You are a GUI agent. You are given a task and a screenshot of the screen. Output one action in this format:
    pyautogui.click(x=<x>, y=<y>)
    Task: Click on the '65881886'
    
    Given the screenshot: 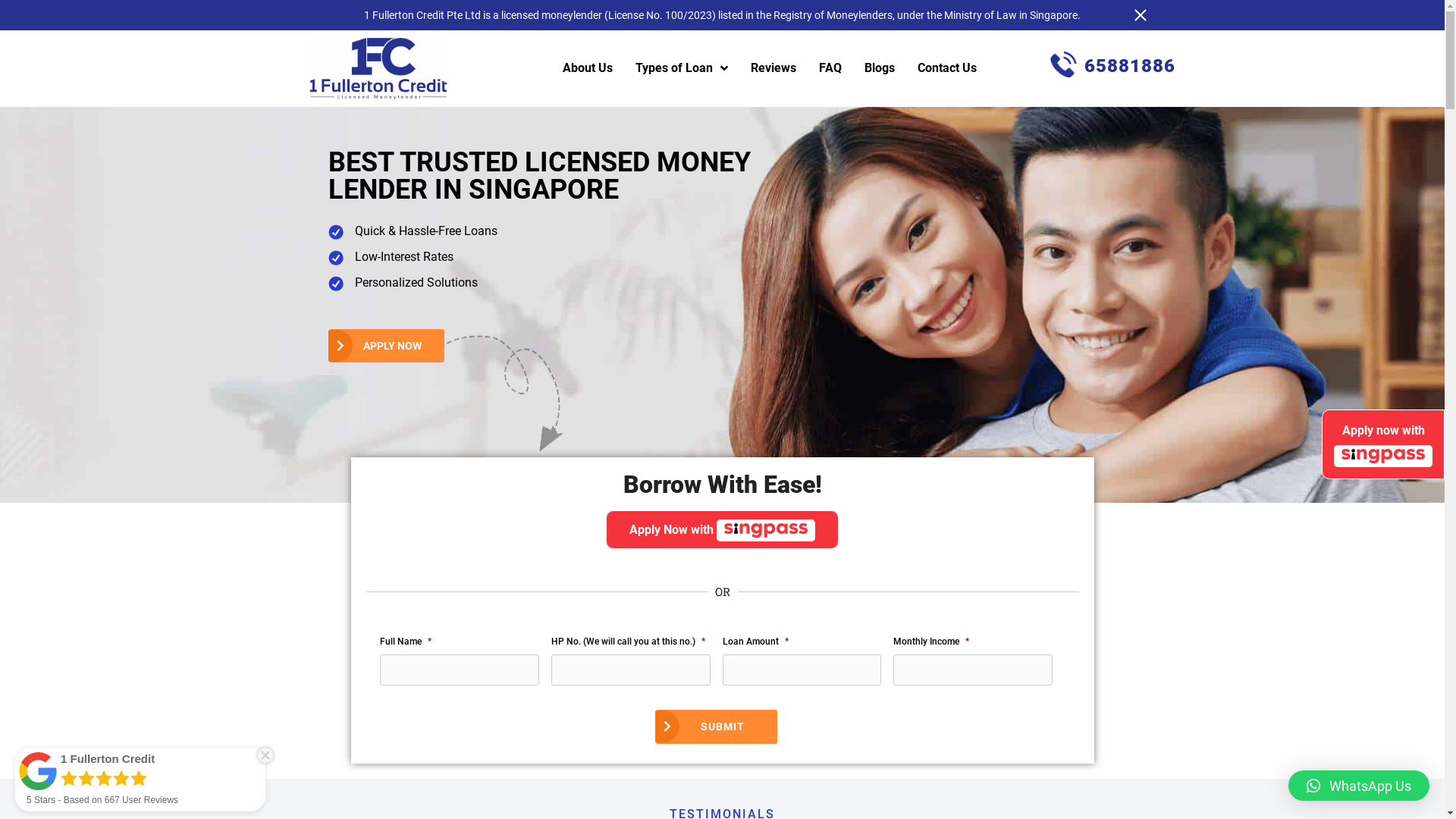 What is the action you would take?
    pyautogui.click(x=1112, y=64)
    